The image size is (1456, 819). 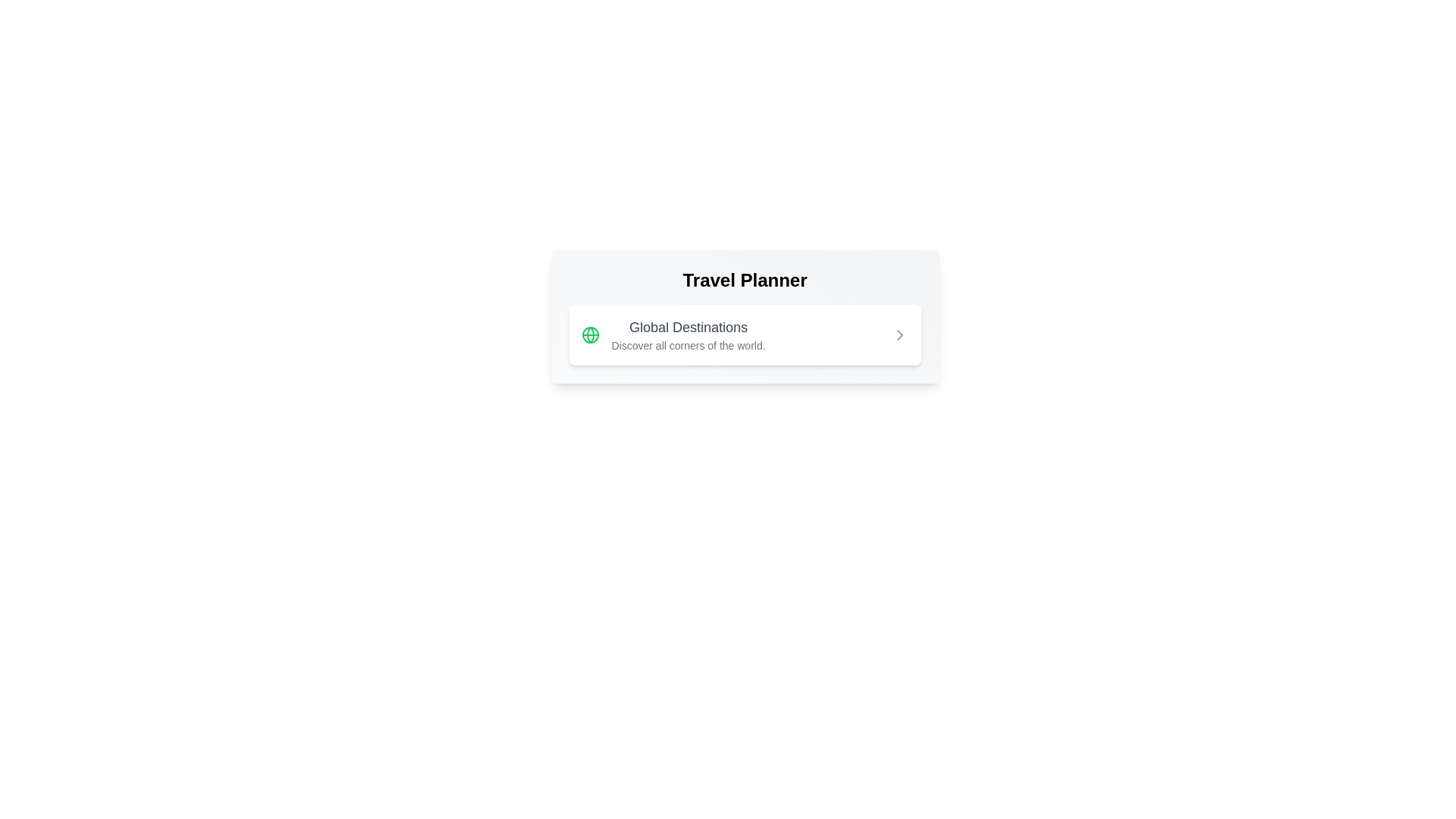 What do you see at coordinates (899, 334) in the screenshot?
I see `the right-pointing chevron icon, which is styled with a stroke and gray color, located at the far right corner of the 'Global Destinations' card, aligned horizontally to the text content and vertically centered` at bounding box center [899, 334].